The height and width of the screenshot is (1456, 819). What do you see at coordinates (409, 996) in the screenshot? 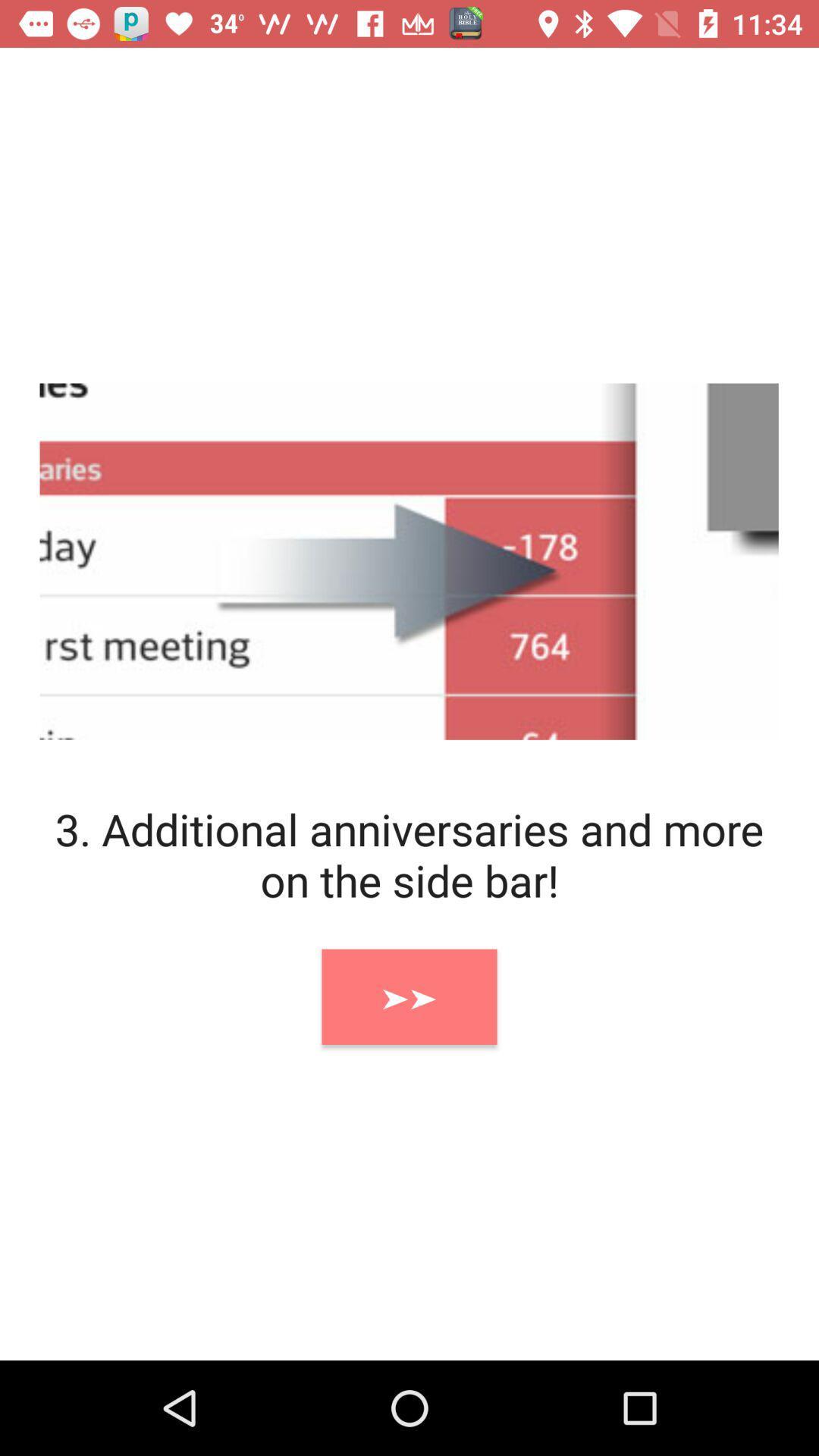
I see `item below 3 additional anniversaries icon` at bounding box center [409, 996].